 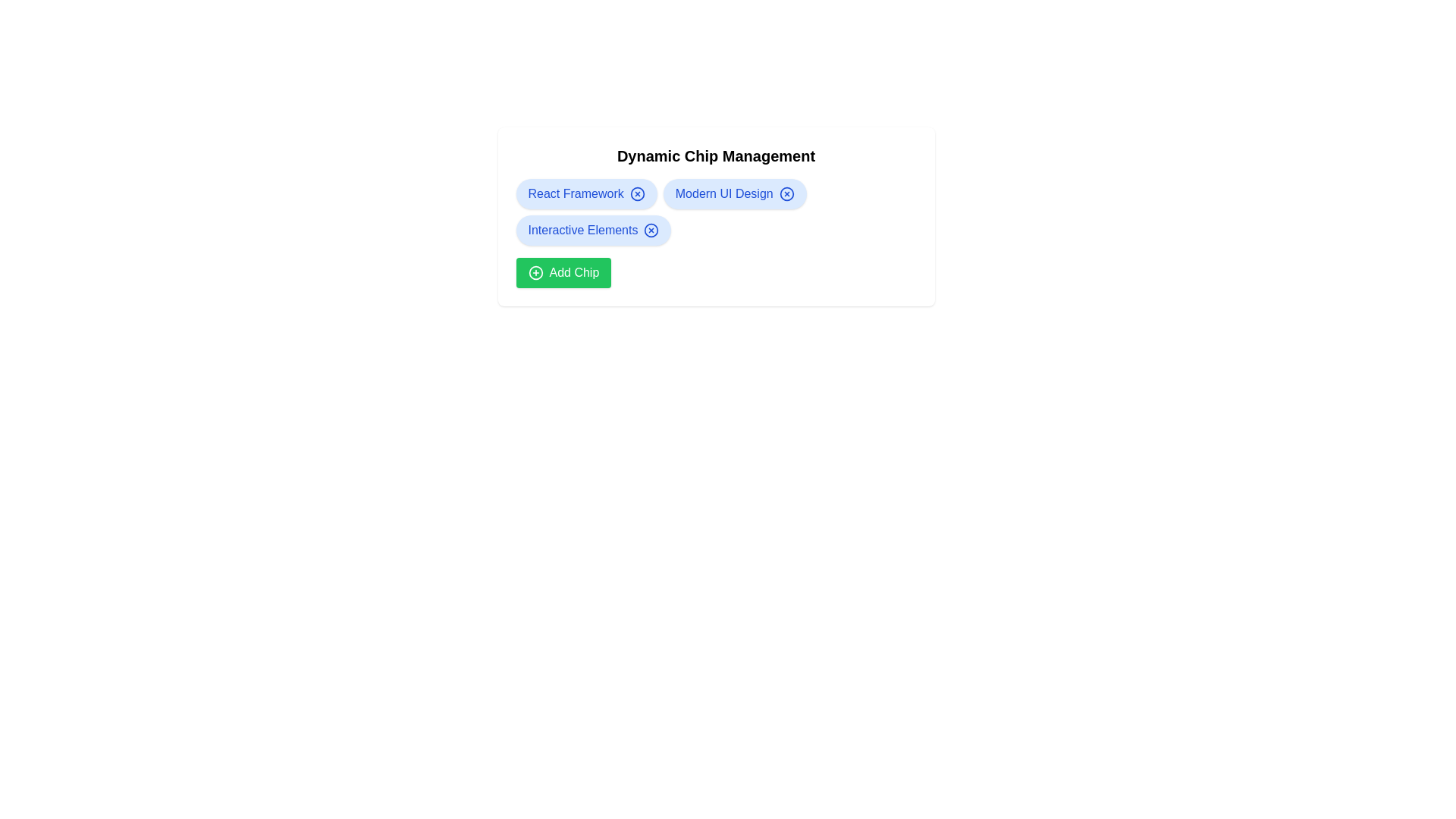 What do you see at coordinates (585, 193) in the screenshot?
I see `the chip labeled React Framework to view its hover state` at bounding box center [585, 193].